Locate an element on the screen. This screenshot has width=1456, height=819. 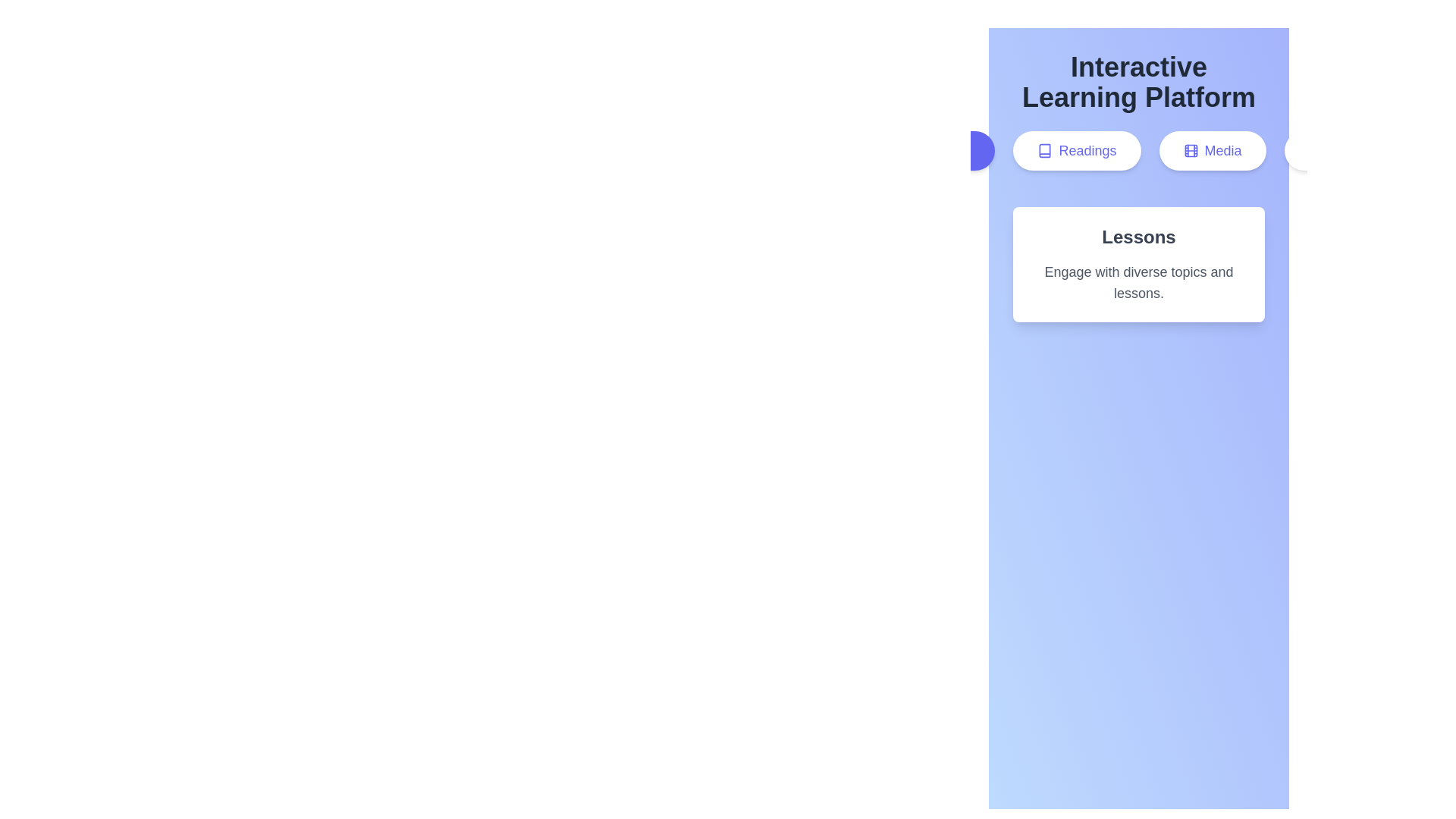
the icon associated with the tab Lessons is located at coordinates (906, 151).